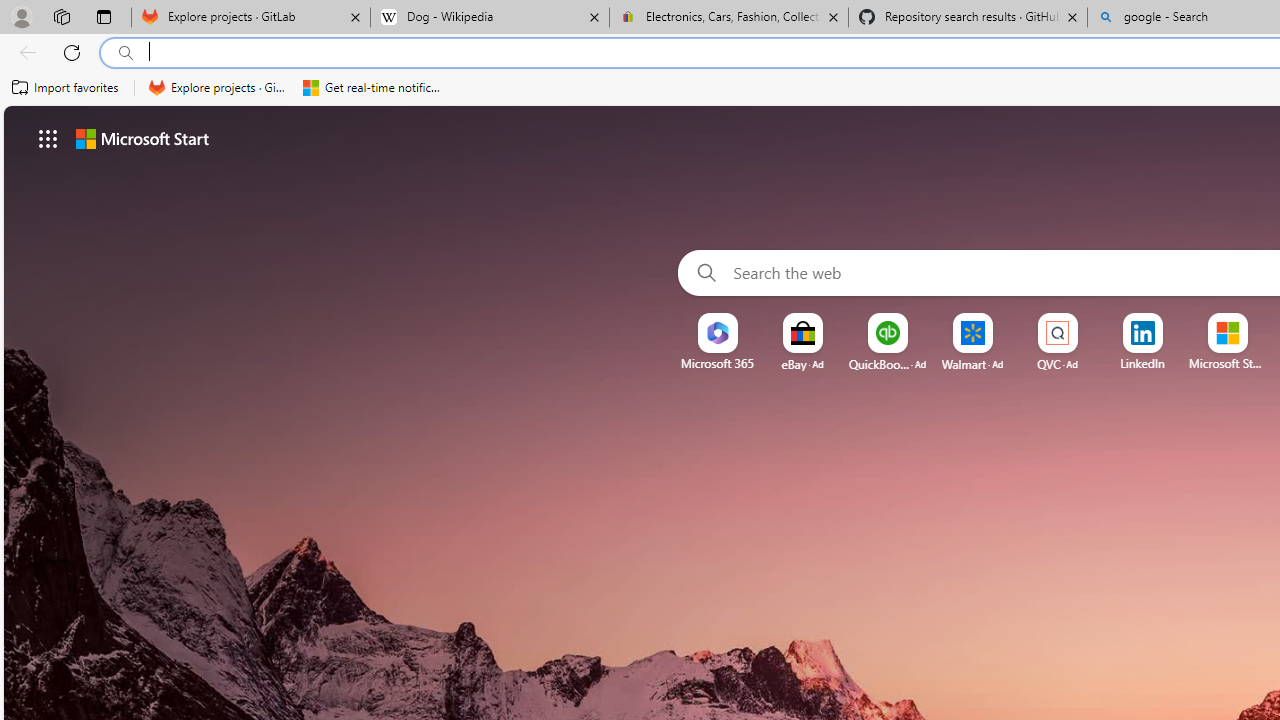 The height and width of the screenshot is (720, 1280). What do you see at coordinates (125, 52) in the screenshot?
I see `'Search icon'` at bounding box center [125, 52].